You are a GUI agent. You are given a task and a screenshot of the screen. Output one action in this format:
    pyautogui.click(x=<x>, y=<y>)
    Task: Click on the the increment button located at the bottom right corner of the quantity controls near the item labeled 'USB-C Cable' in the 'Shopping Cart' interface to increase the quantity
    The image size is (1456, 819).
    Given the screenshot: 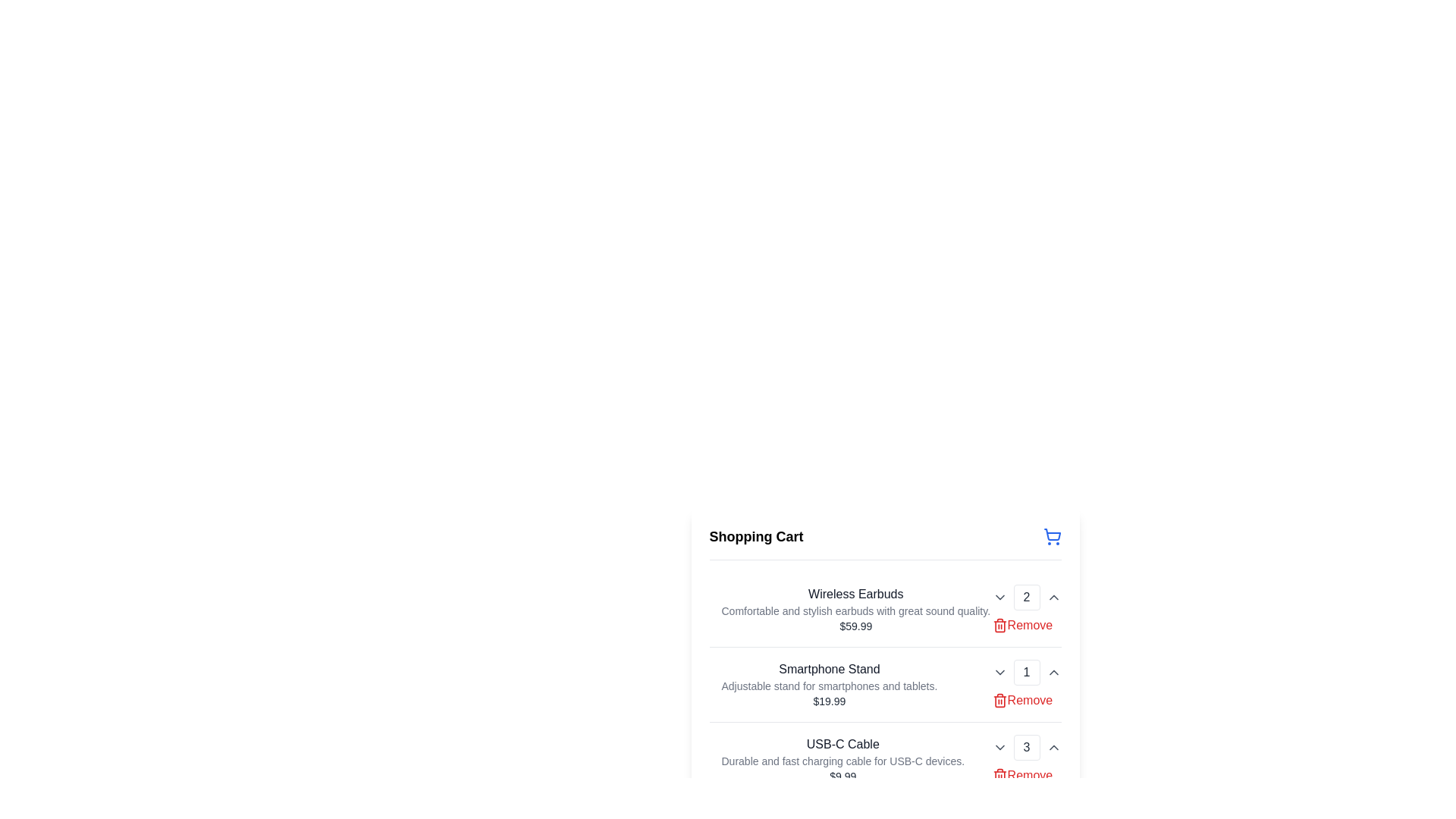 What is the action you would take?
    pyautogui.click(x=1053, y=747)
    